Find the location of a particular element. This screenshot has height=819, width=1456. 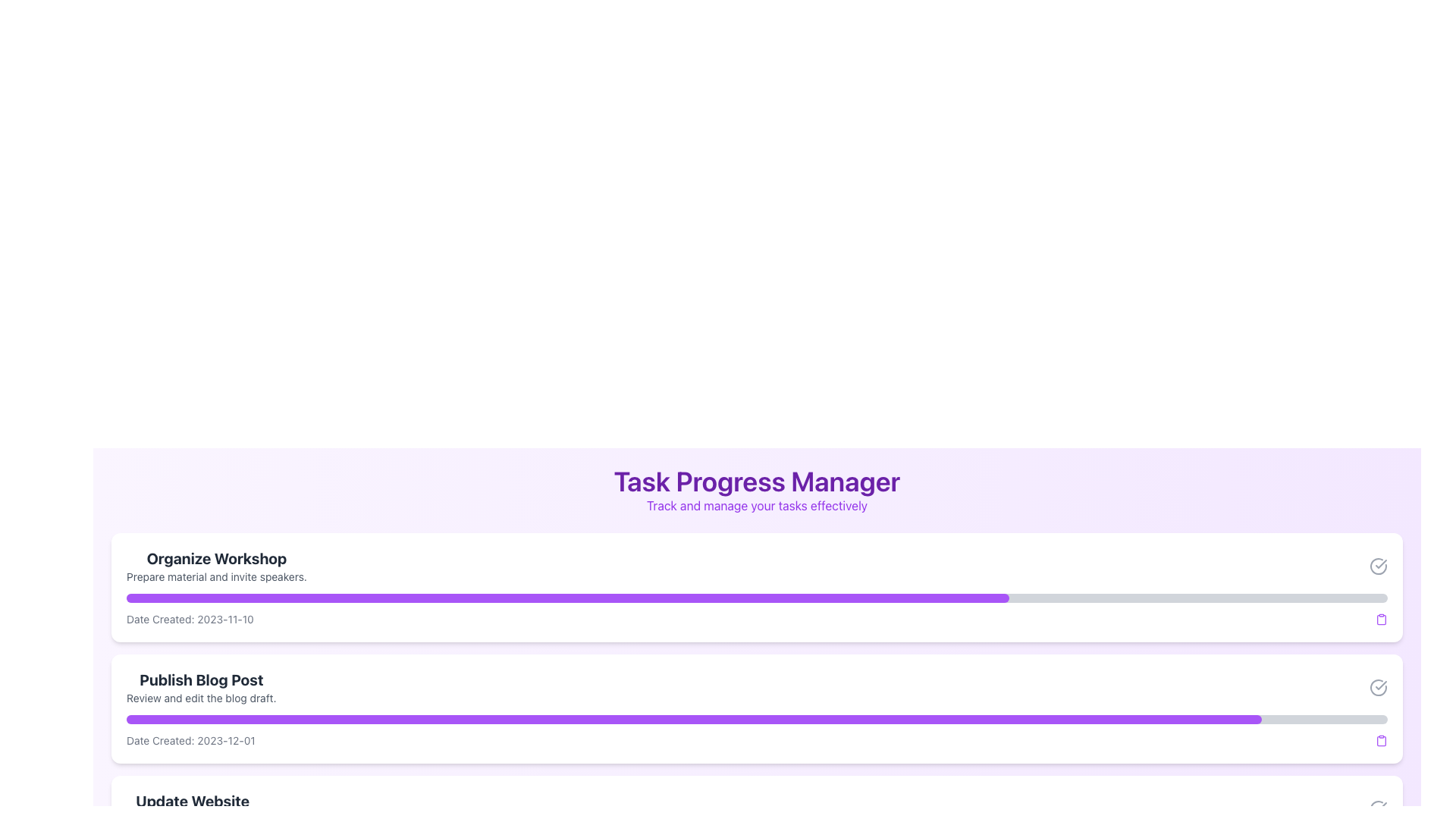

the checkmark icon in the SVG graphic that indicates a subtle inactive state, located in the 'Organize Workshop' section of the task management interface is located at coordinates (1381, 685).